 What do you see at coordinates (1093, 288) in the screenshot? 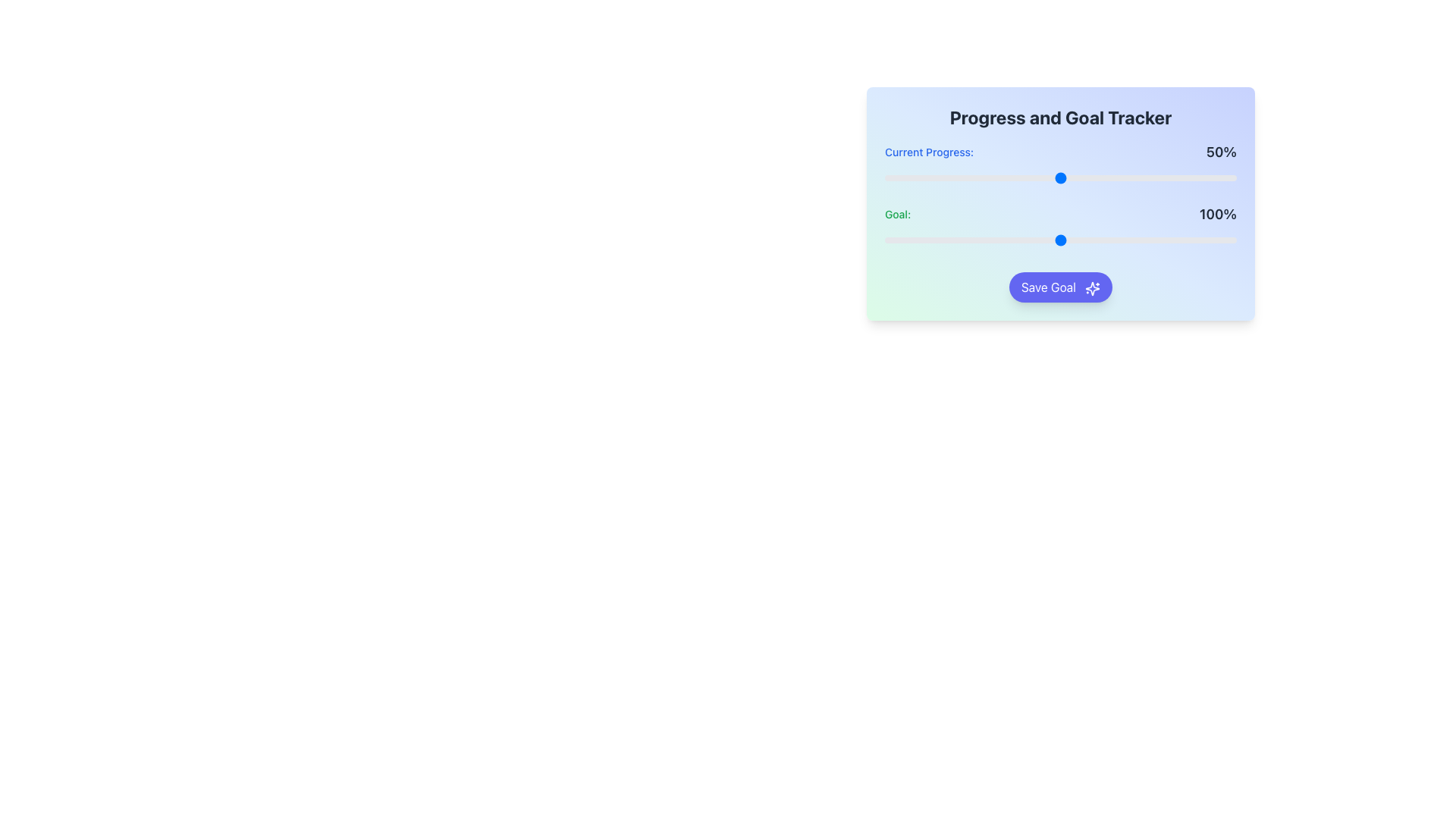
I see `the decorative icon located to the right of the 'Save Goal' text within the button at the bottom of the interface` at bounding box center [1093, 288].